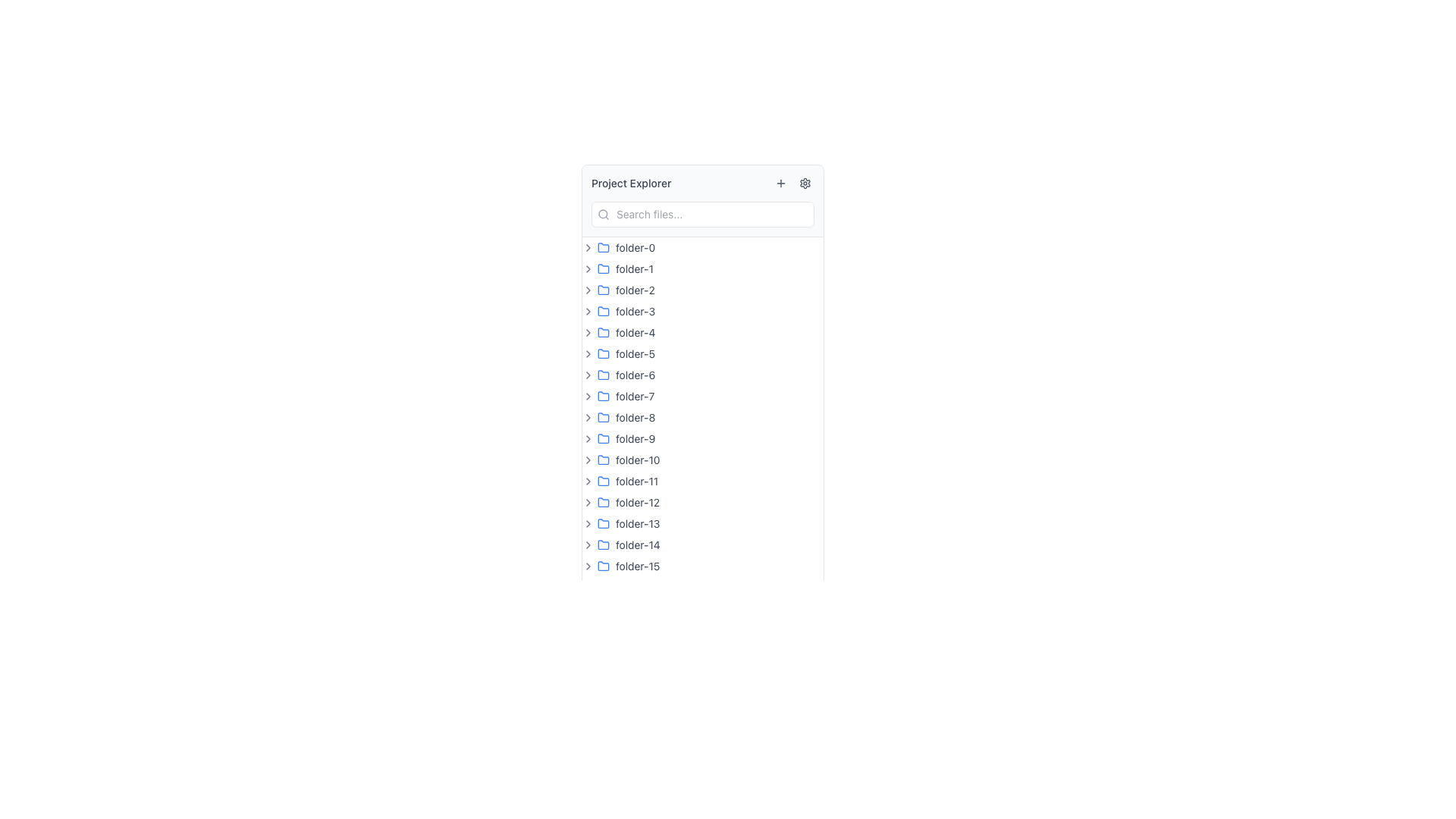 The height and width of the screenshot is (819, 1456). I want to click on the blue folder icon labeled 'folder-6' in the Project Explorer panel, so click(603, 374).